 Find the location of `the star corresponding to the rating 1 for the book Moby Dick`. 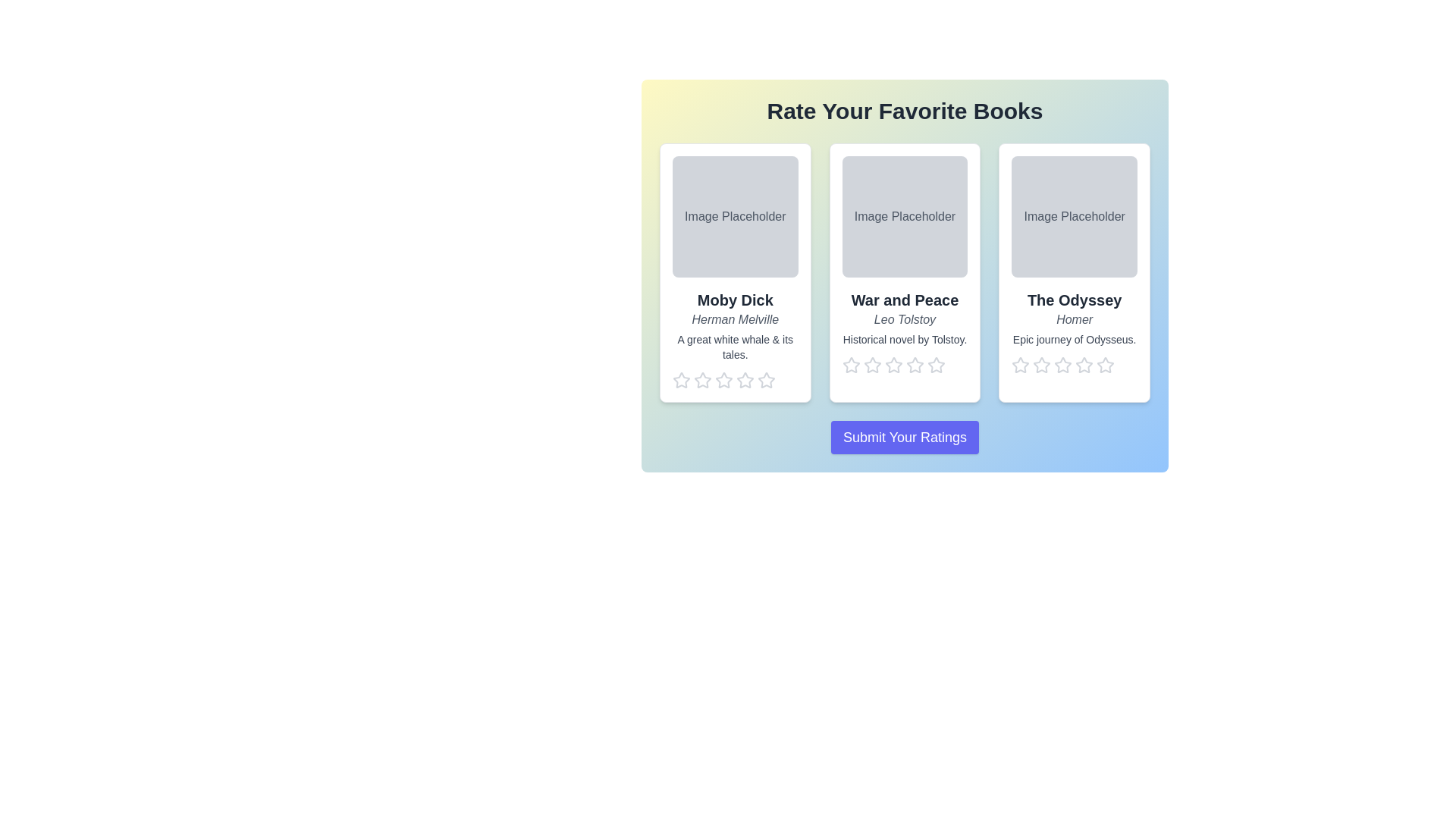

the star corresponding to the rating 1 for the book Moby Dick is located at coordinates (680, 379).